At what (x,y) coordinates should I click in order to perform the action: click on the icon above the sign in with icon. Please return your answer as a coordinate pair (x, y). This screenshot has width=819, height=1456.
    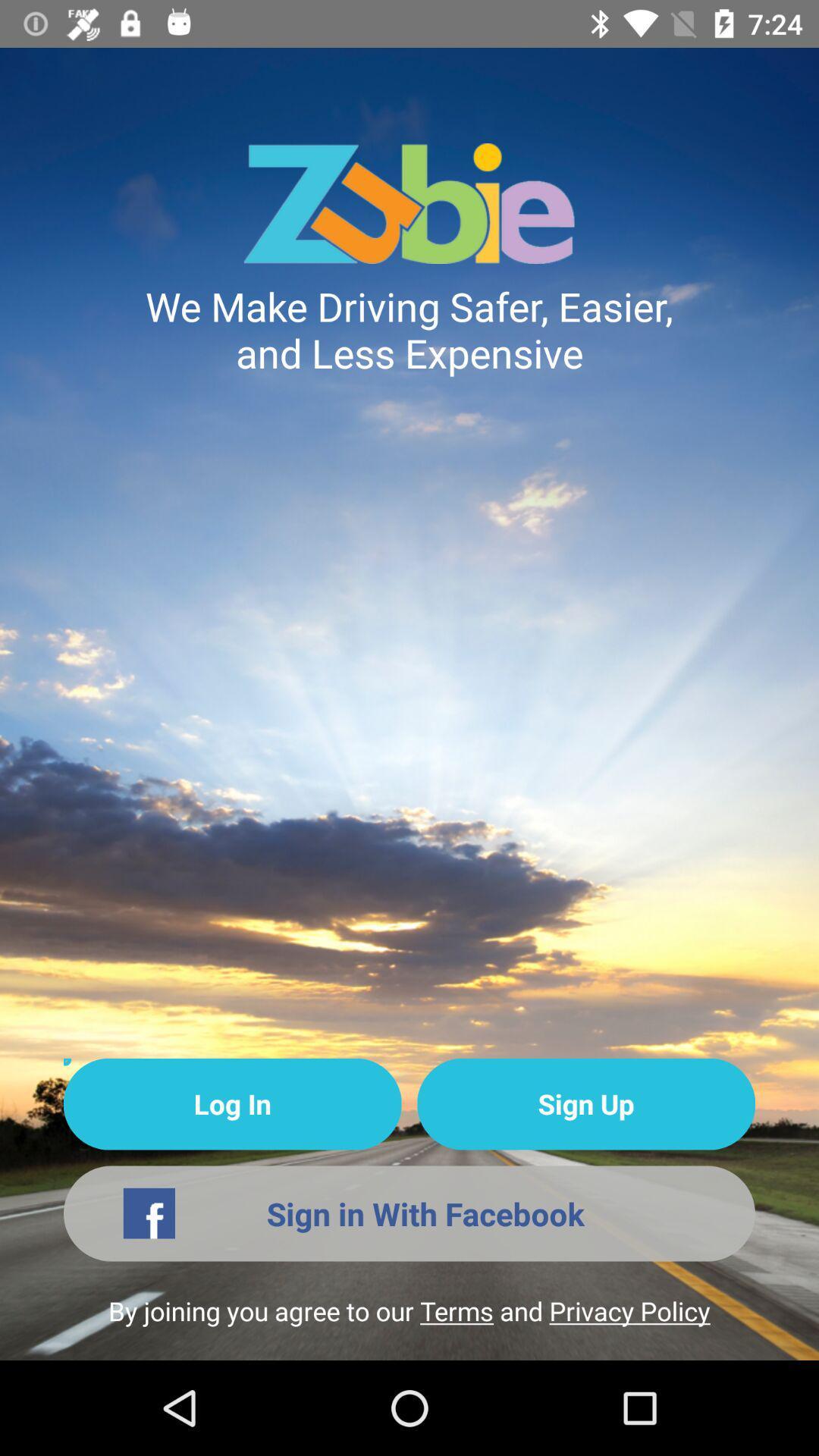
    Looking at the image, I should click on (232, 1104).